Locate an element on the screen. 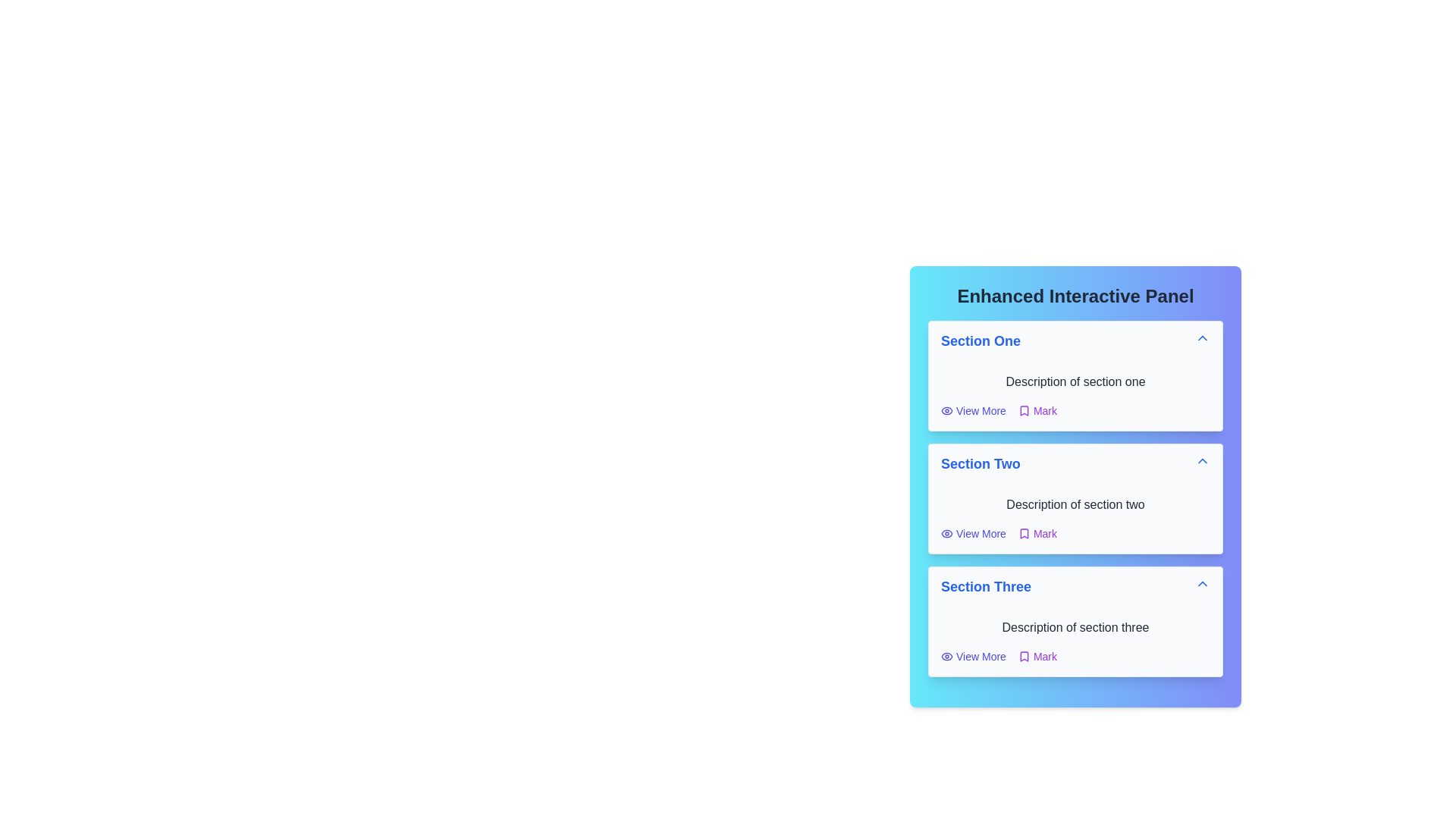 Image resolution: width=1456 pixels, height=819 pixels. information provided in the main heading text label located at the top of the gradient background panel with rounded corners is located at coordinates (1075, 296).